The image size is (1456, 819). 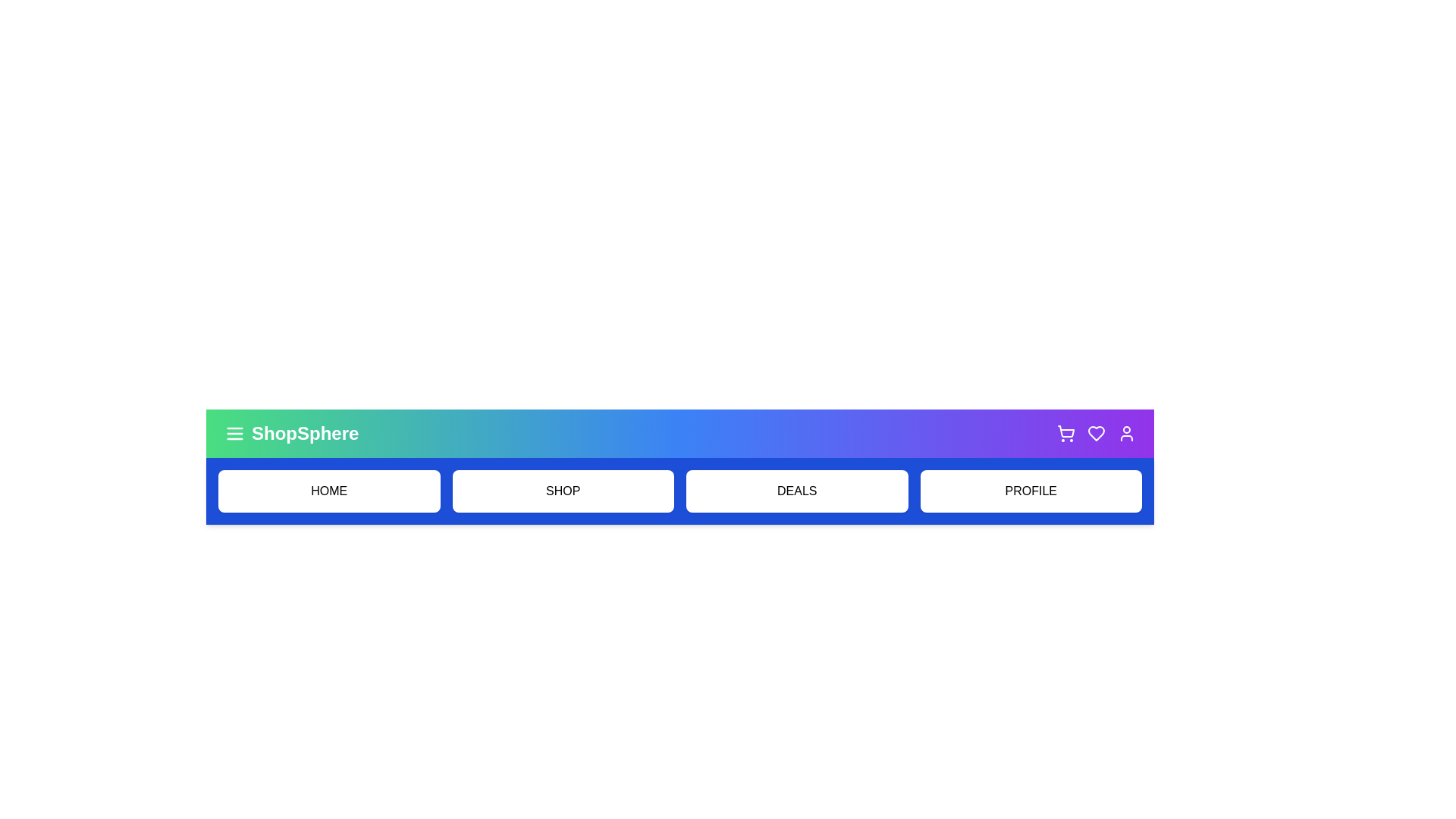 I want to click on the 'User' icon in the navigation bar, so click(x=1127, y=433).